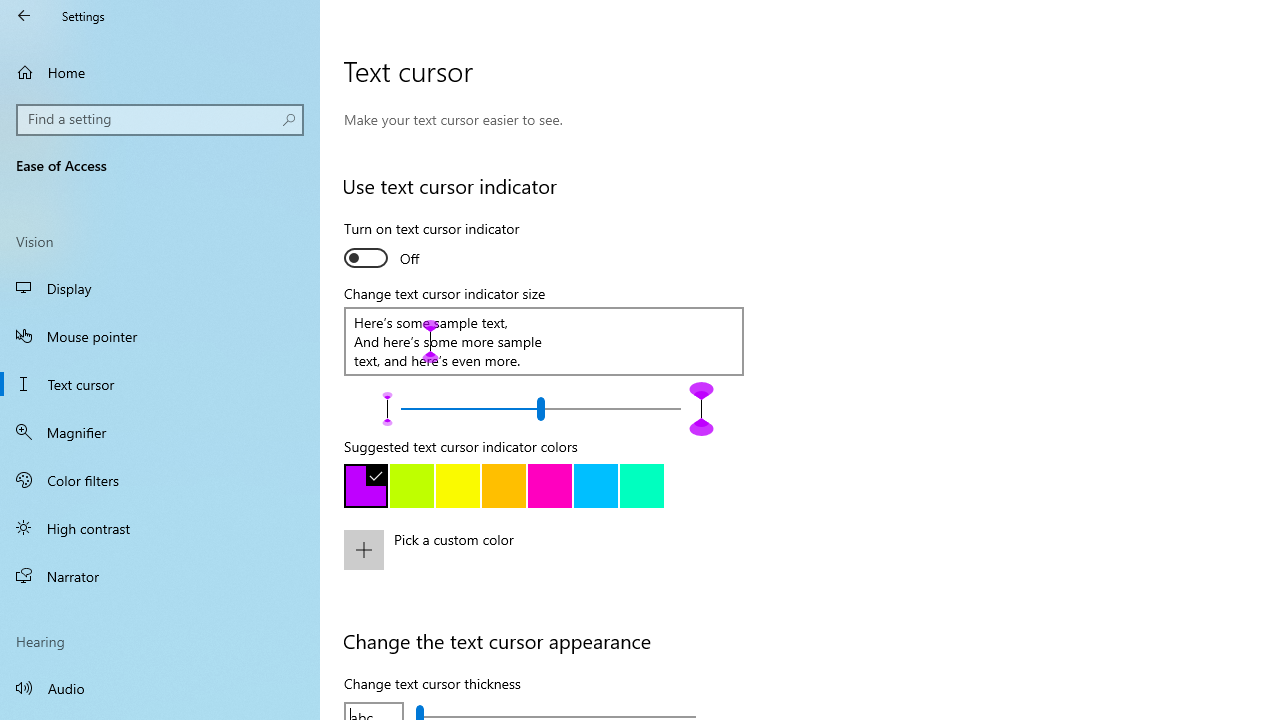  Describe the element at coordinates (594, 486) in the screenshot. I see `'Turquoise'` at that location.